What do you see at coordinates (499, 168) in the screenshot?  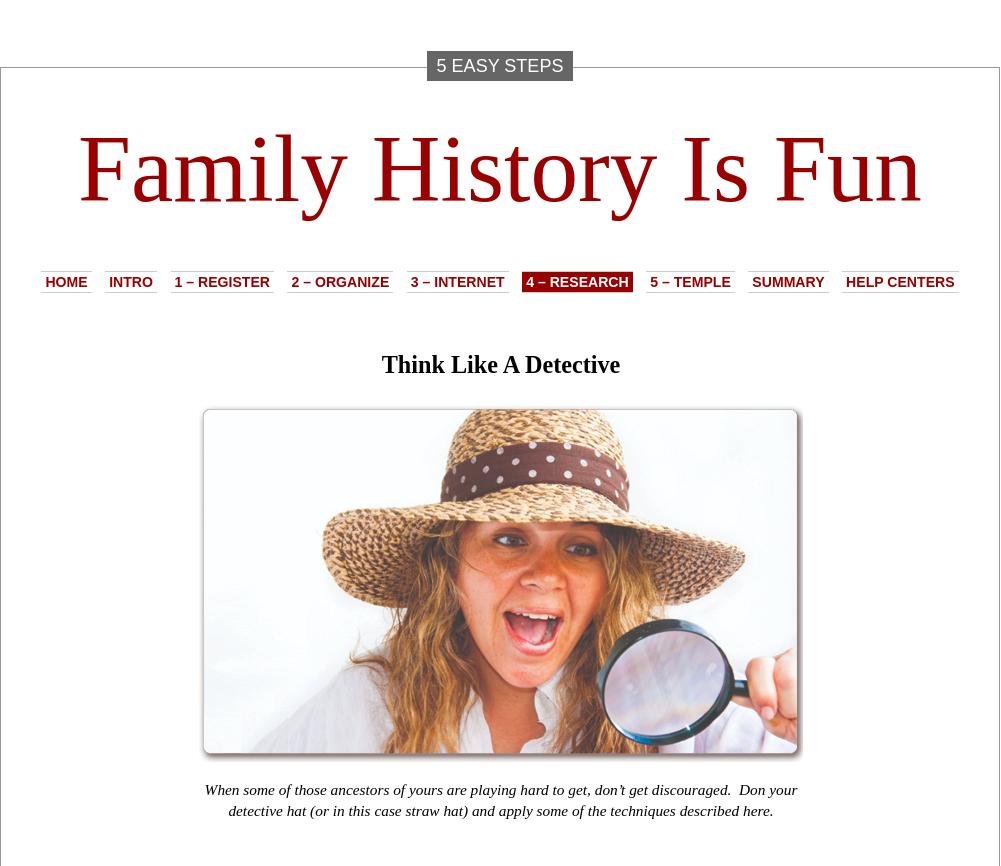 I see `'Family History Is Fun'` at bounding box center [499, 168].